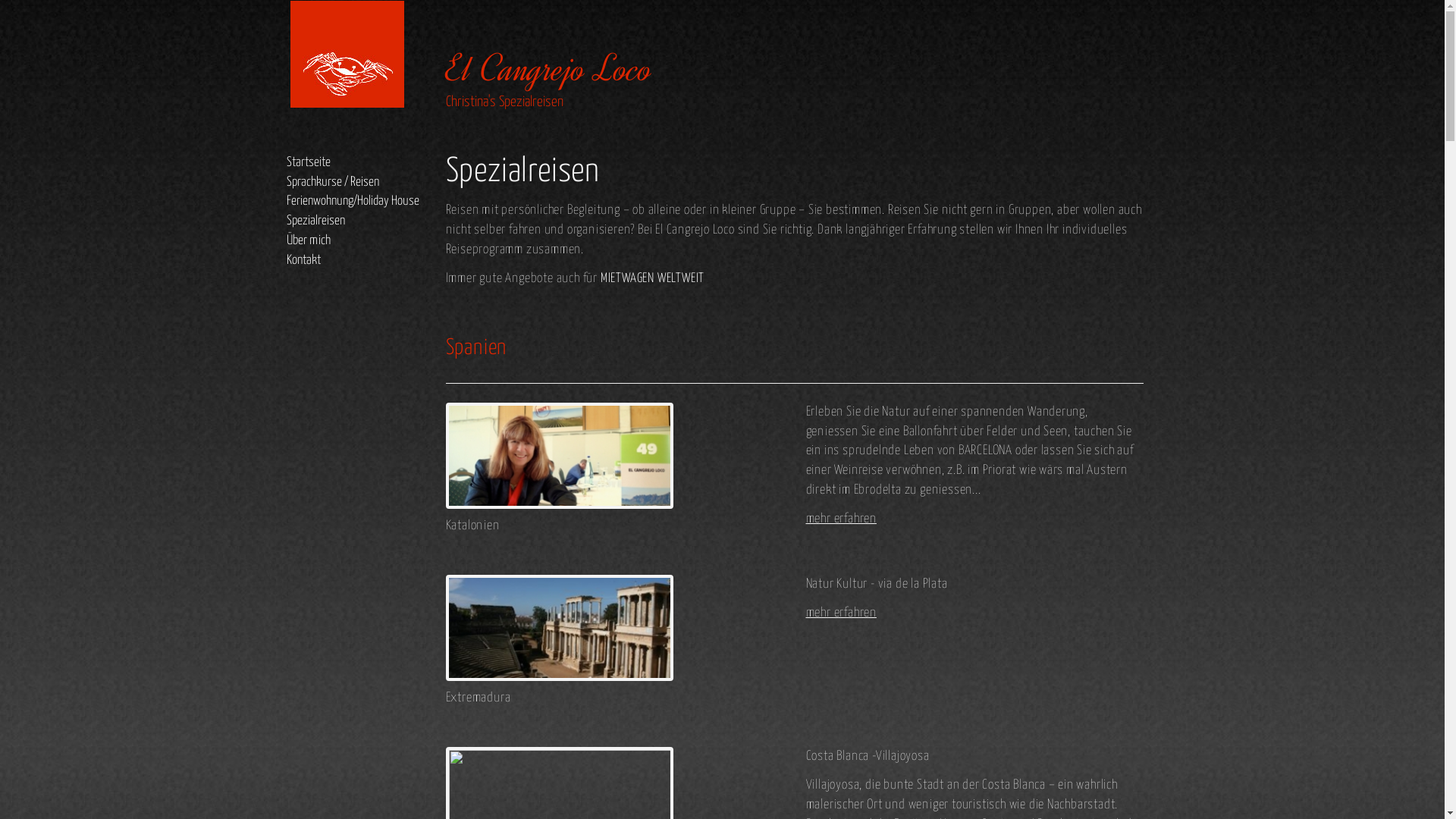  Describe the element at coordinates (308, 162) in the screenshot. I see `'Startseite'` at that location.